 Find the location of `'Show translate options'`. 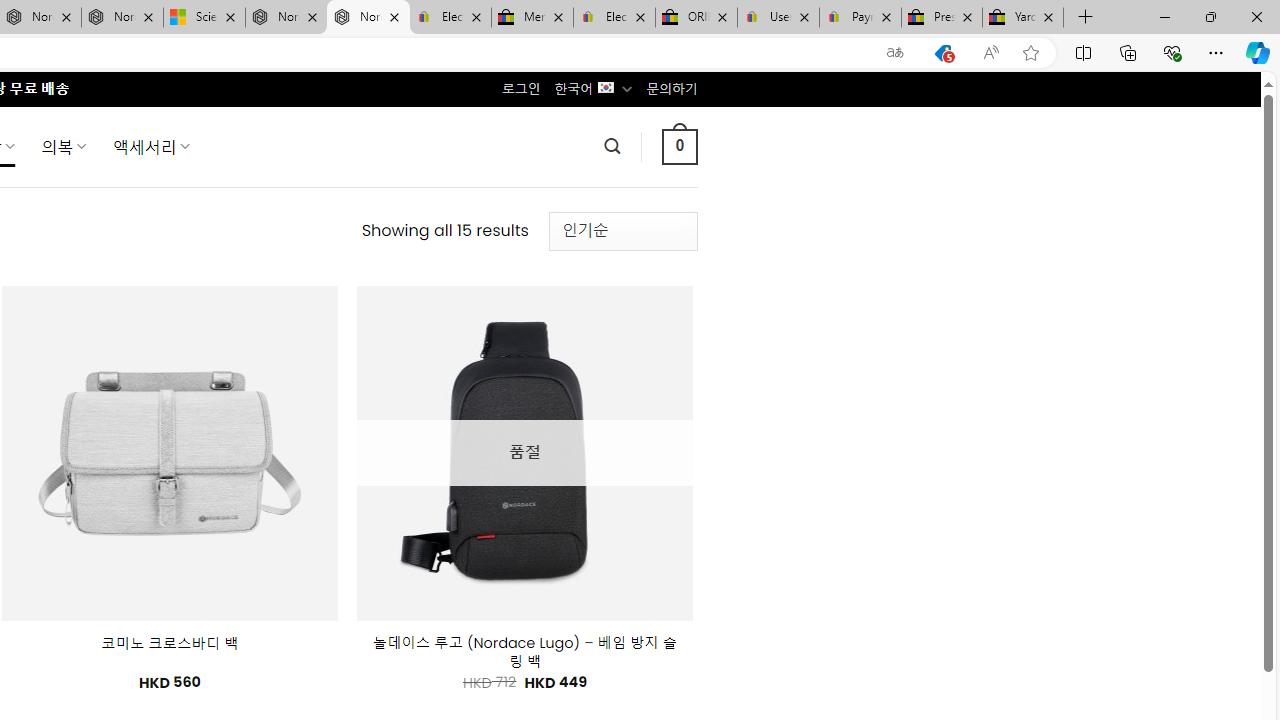

'Show translate options' is located at coordinates (894, 52).